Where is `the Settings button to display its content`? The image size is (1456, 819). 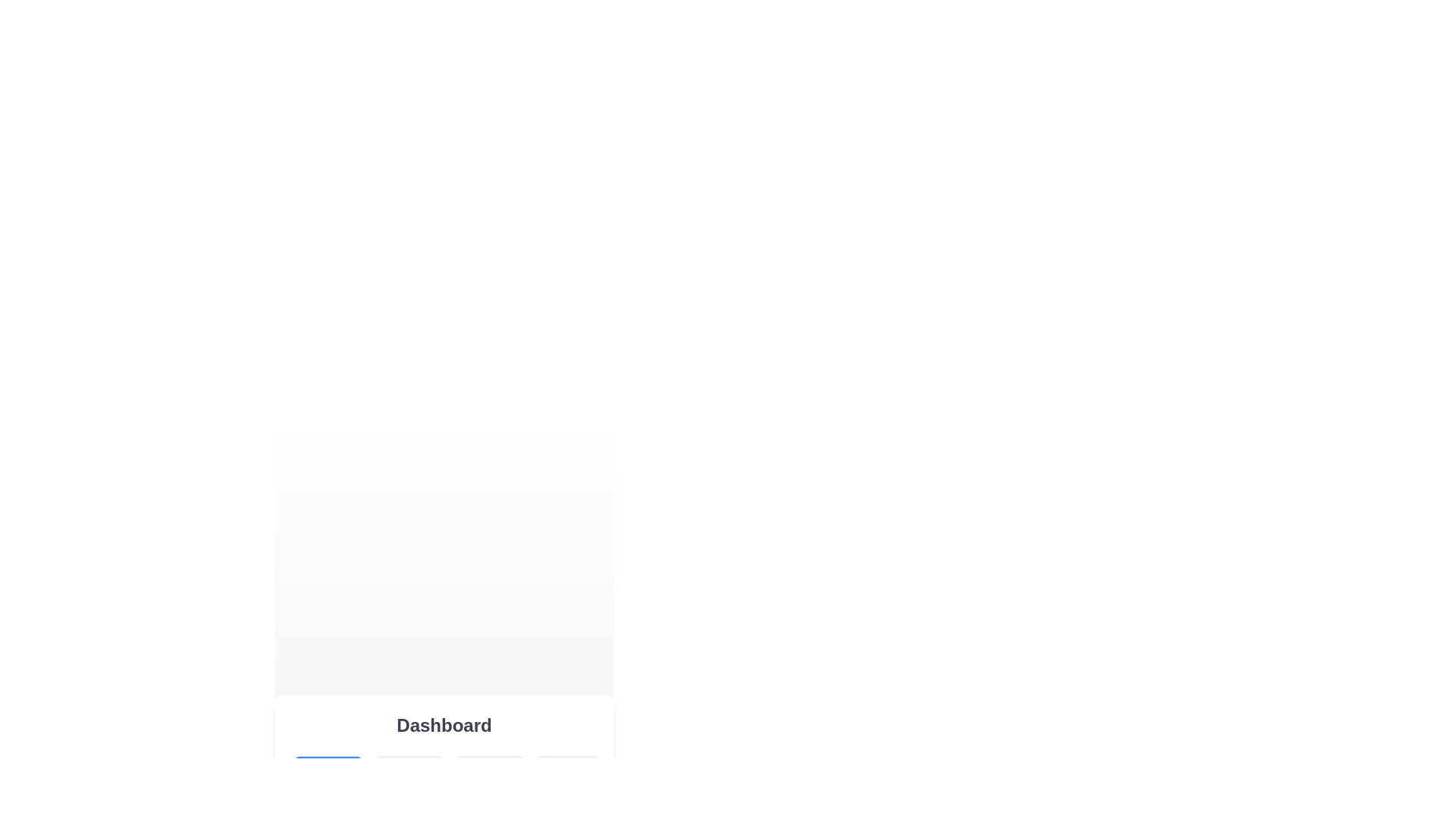 the Settings button to display its content is located at coordinates (566, 788).